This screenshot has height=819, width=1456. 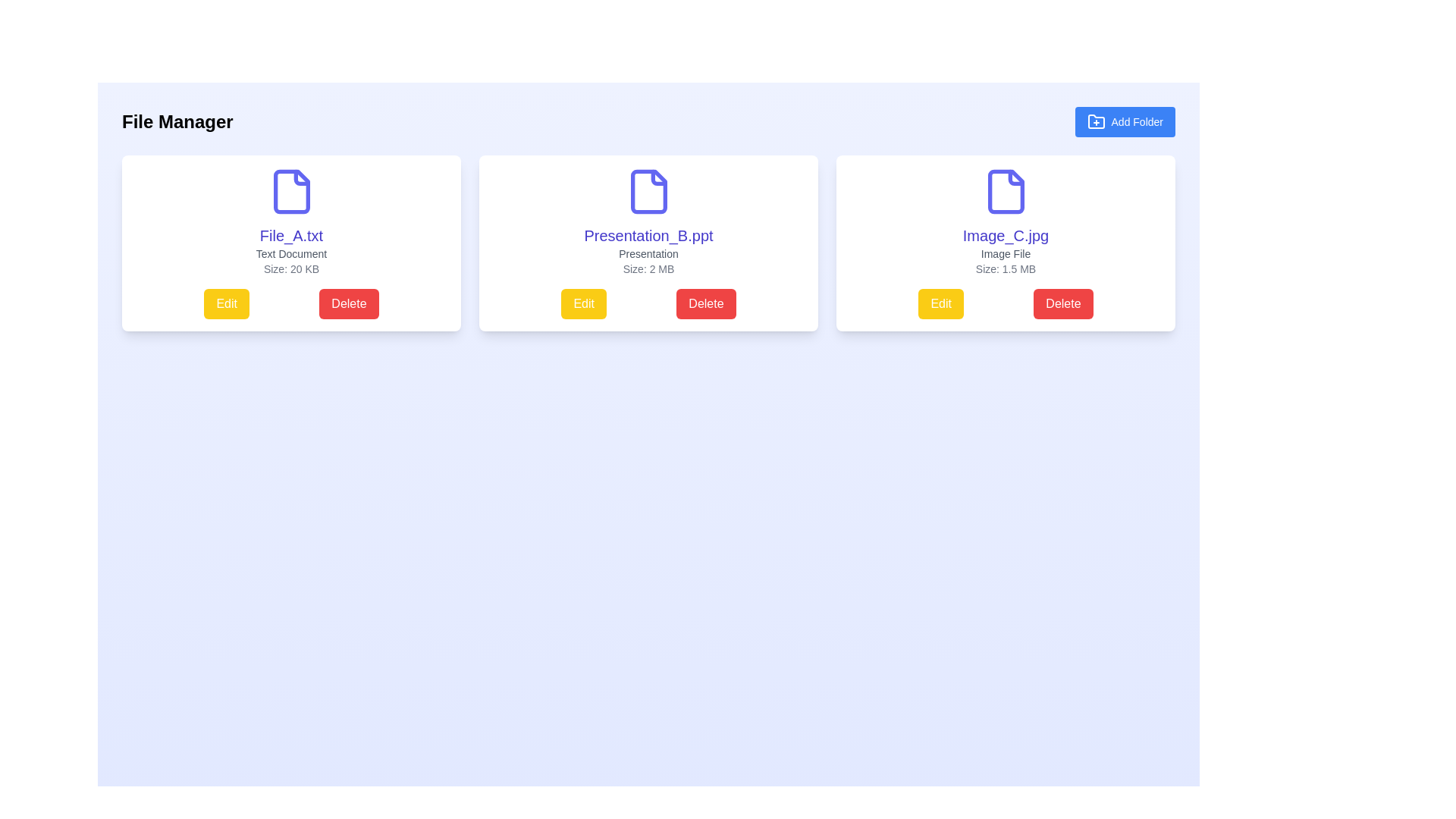 What do you see at coordinates (291, 191) in the screenshot?
I see `the file icon representing 'File_A.txt' located in the top section of the first file card` at bounding box center [291, 191].